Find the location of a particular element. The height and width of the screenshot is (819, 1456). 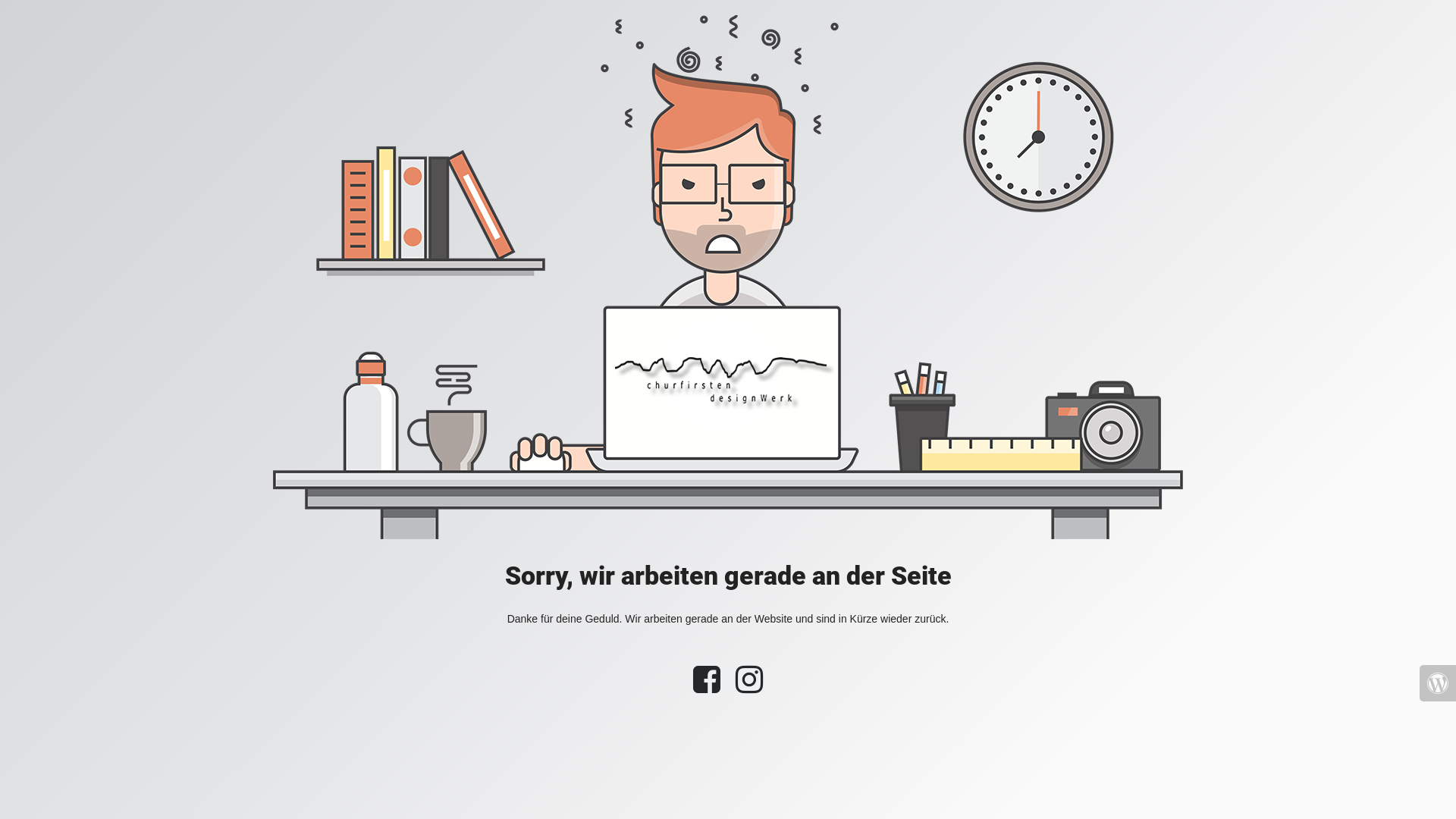

'Instagram' is located at coordinates (749, 687).